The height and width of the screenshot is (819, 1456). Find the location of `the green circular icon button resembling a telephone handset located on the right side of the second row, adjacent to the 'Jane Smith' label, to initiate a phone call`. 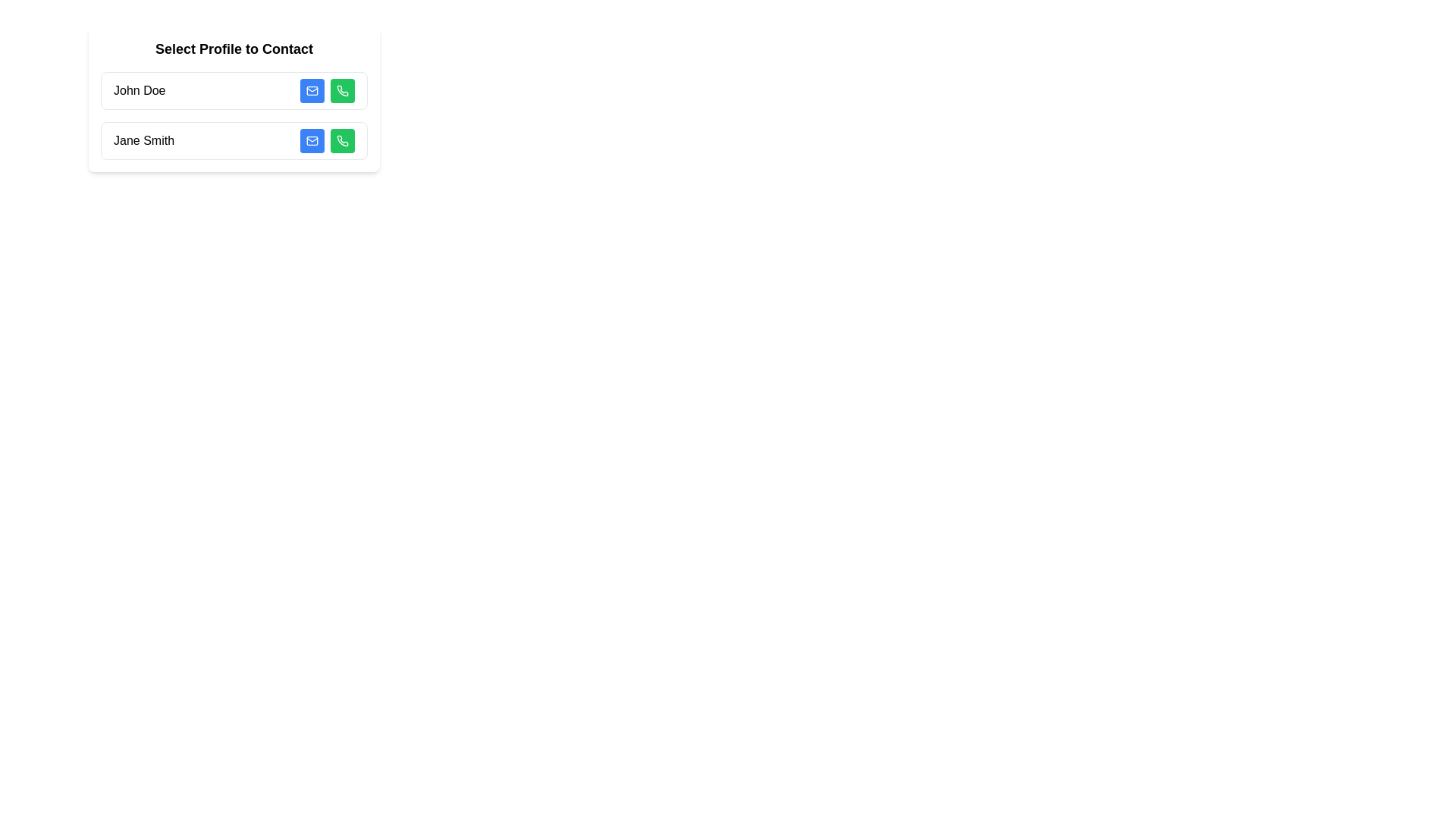

the green circular icon button resembling a telephone handset located on the right side of the second row, adjacent to the 'Jane Smith' label, to initiate a phone call is located at coordinates (341, 90).